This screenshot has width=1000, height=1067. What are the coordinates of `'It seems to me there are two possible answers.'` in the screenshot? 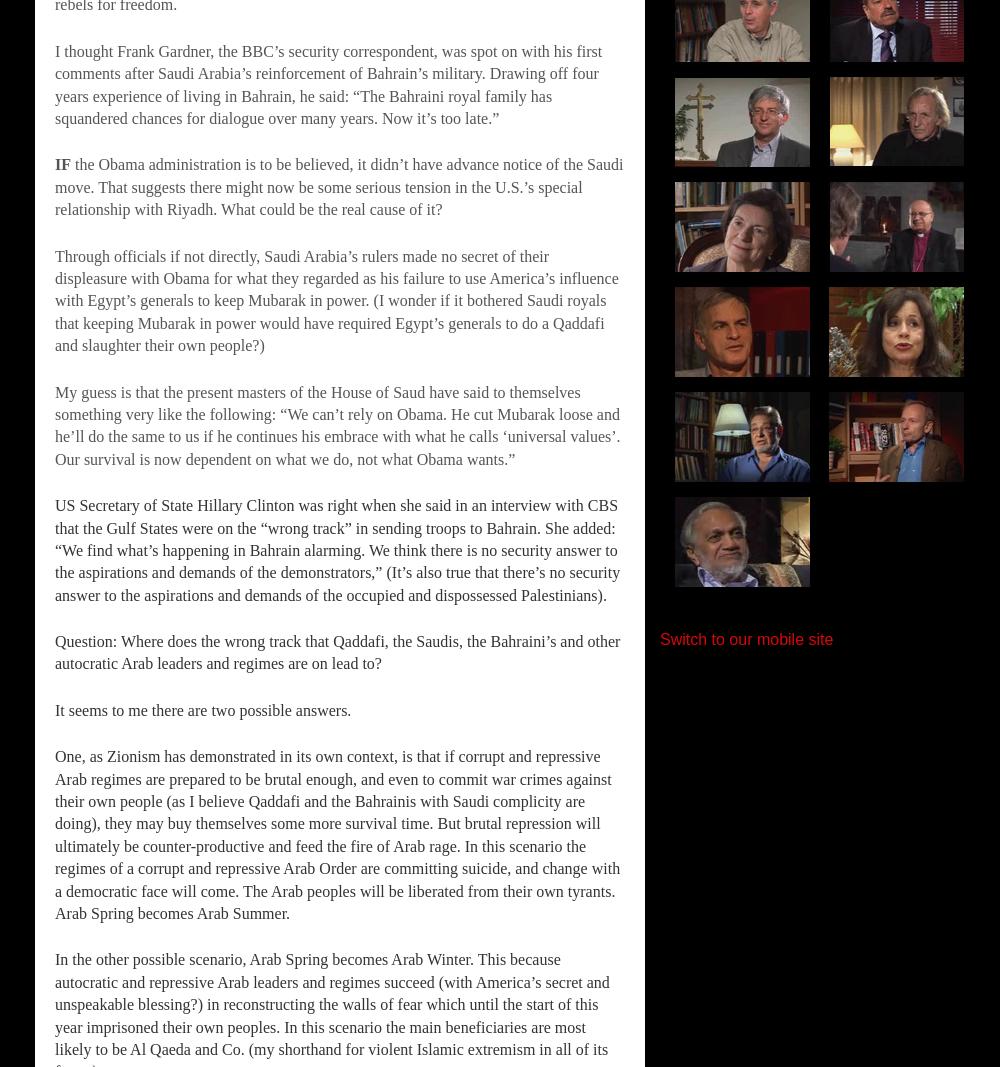 It's located at (202, 709).